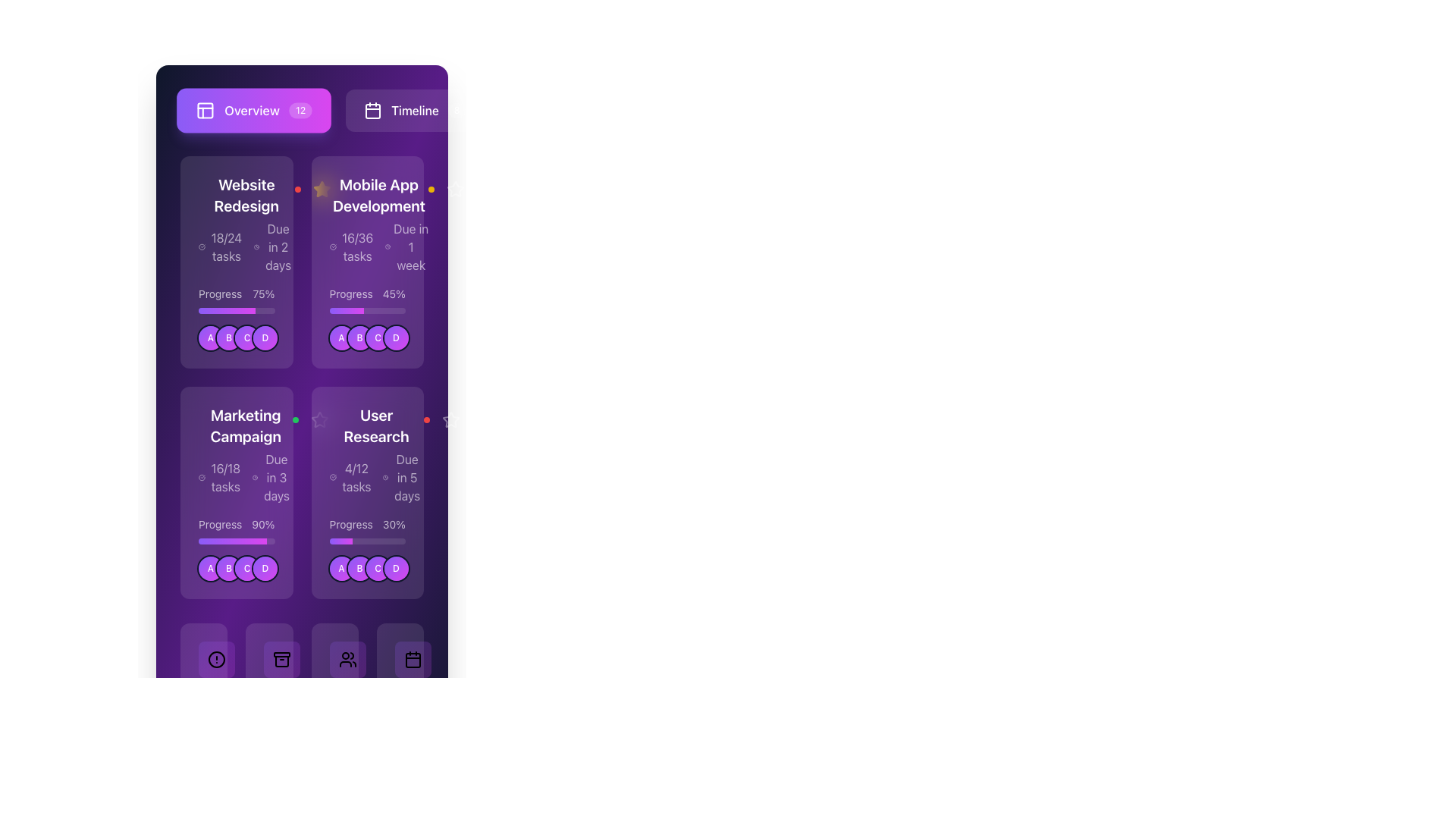 The image size is (1456, 819). What do you see at coordinates (411, 246) in the screenshot?
I see `the static text label displaying 'Due in 1 week' located in the top-right corner of the 'Mobile App Development' card` at bounding box center [411, 246].